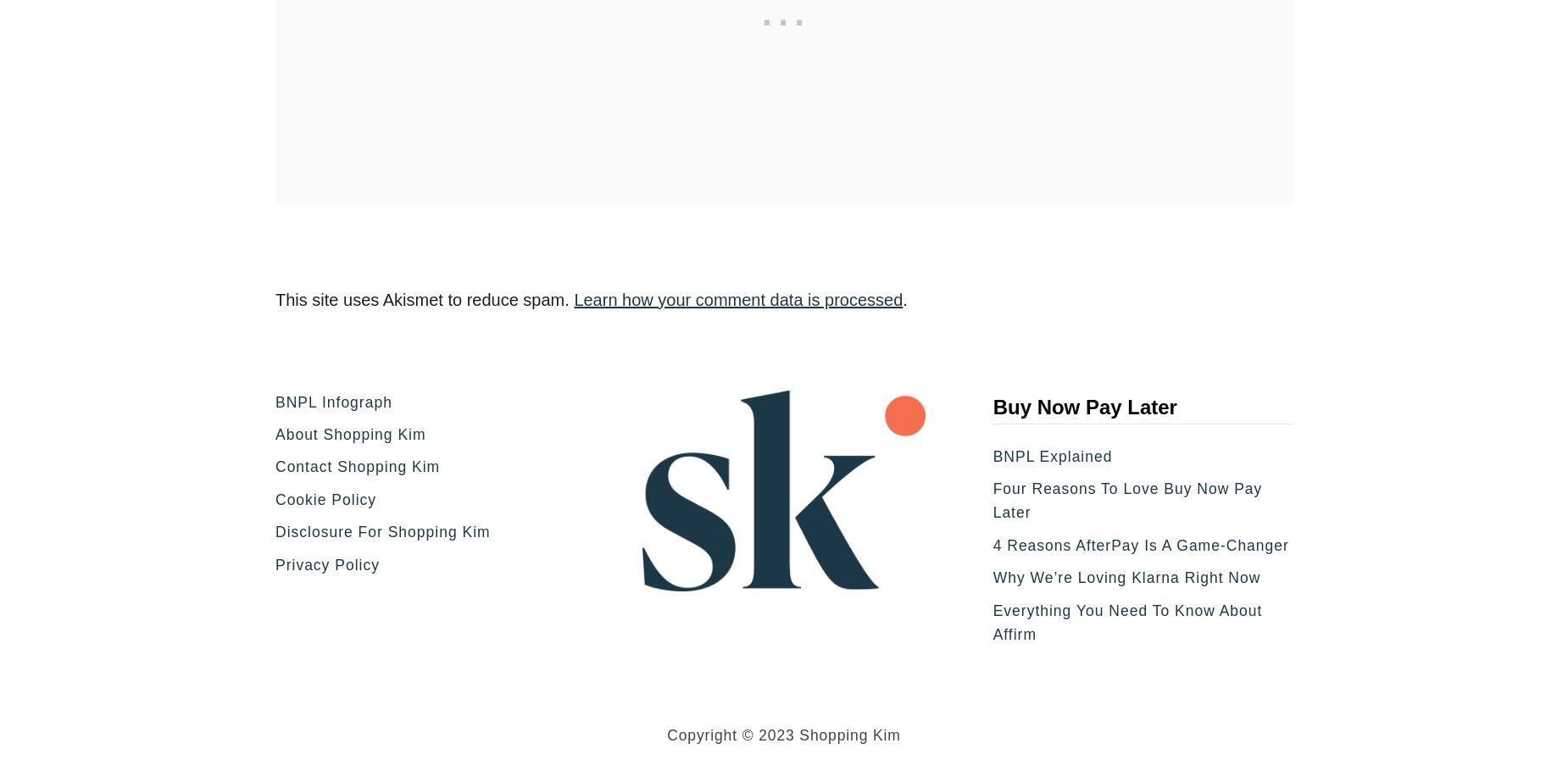 This screenshot has height=782, width=1568. I want to click on 'Buy Now Pay Later', so click(1083, 405).